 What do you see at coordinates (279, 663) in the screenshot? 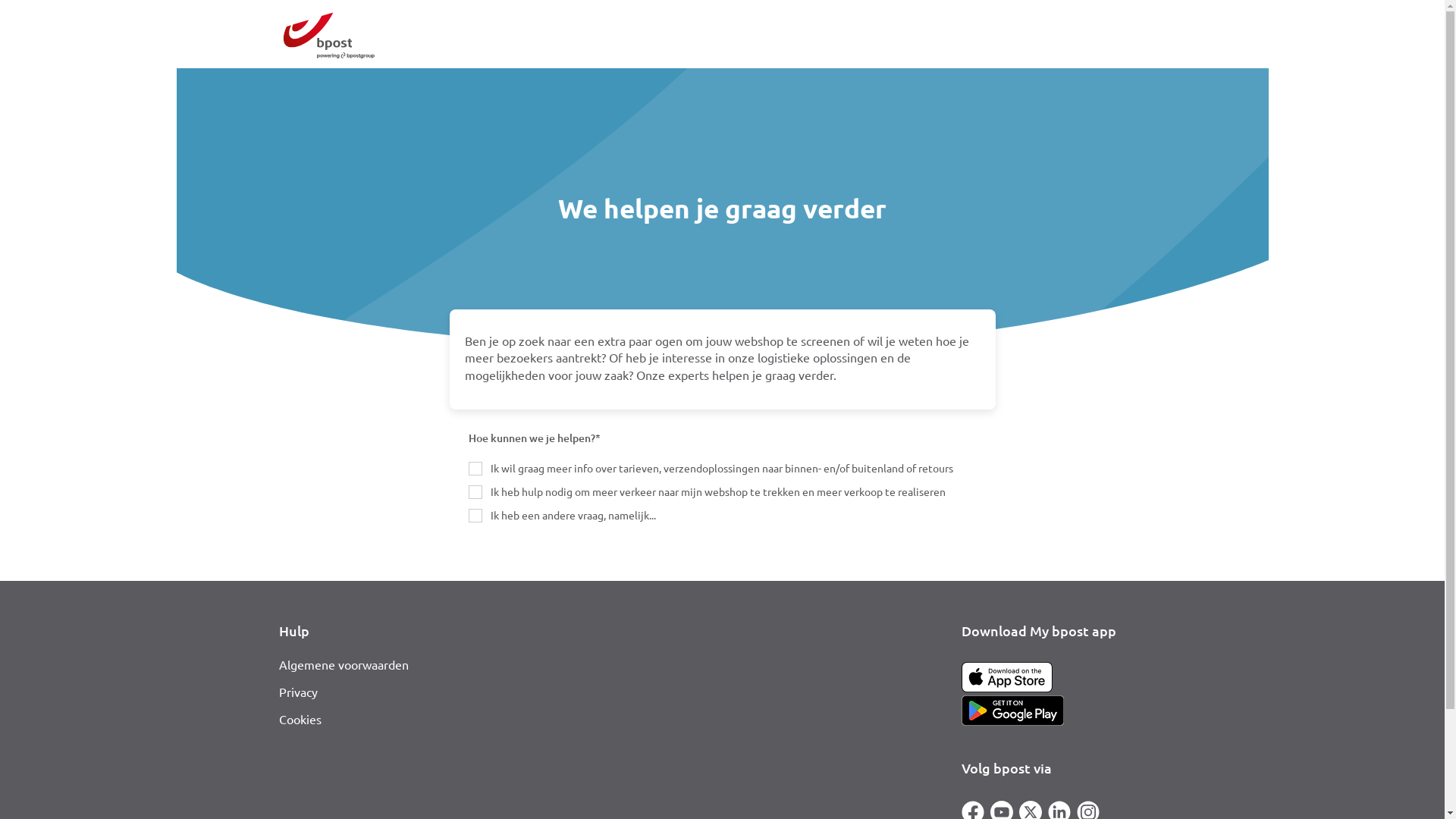
I see `'Algemene voorwaarden'` at bounding box center [279, 663].